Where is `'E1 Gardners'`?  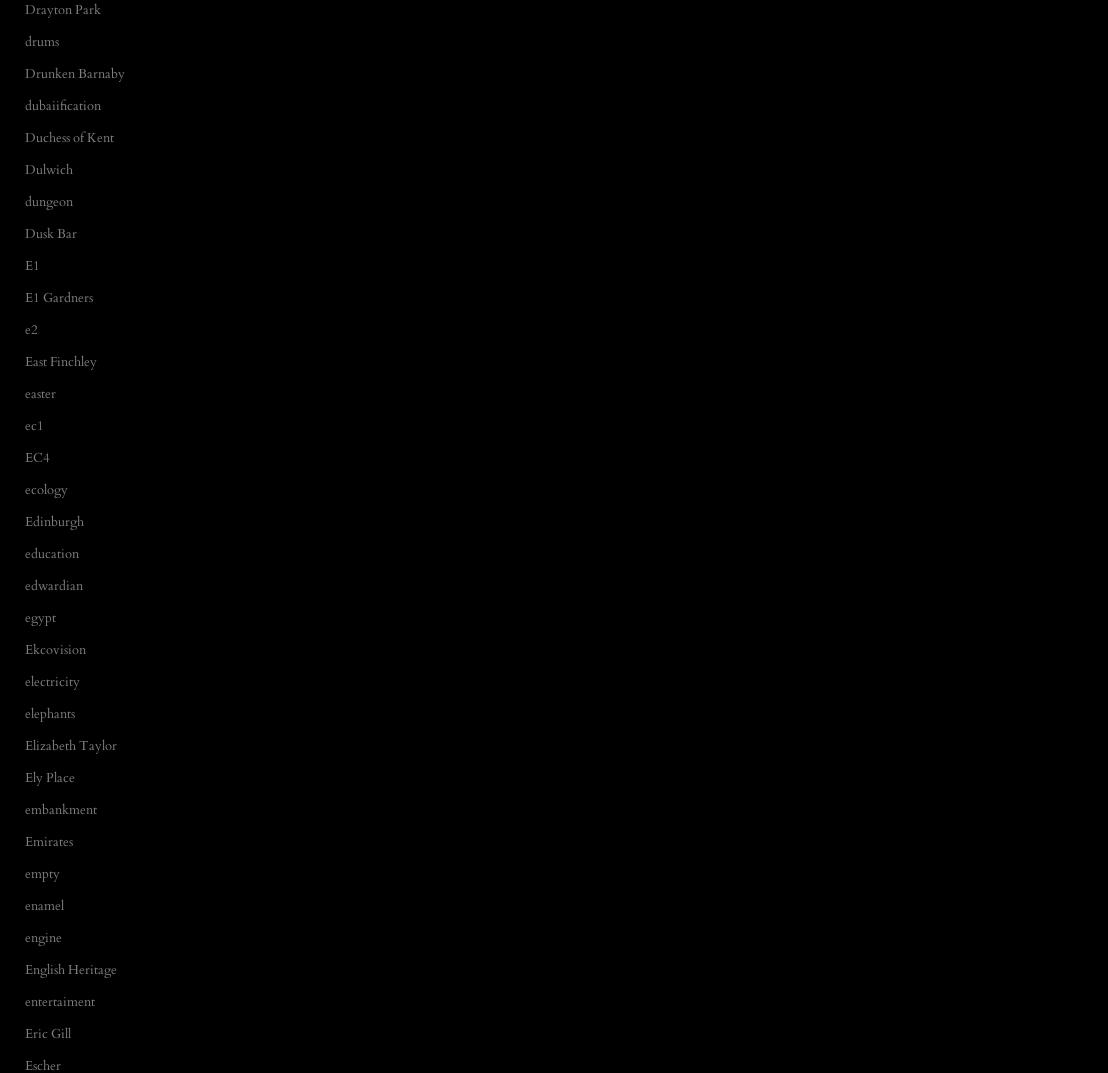
'E1 Gardners' is located at coordinates (57, 296).